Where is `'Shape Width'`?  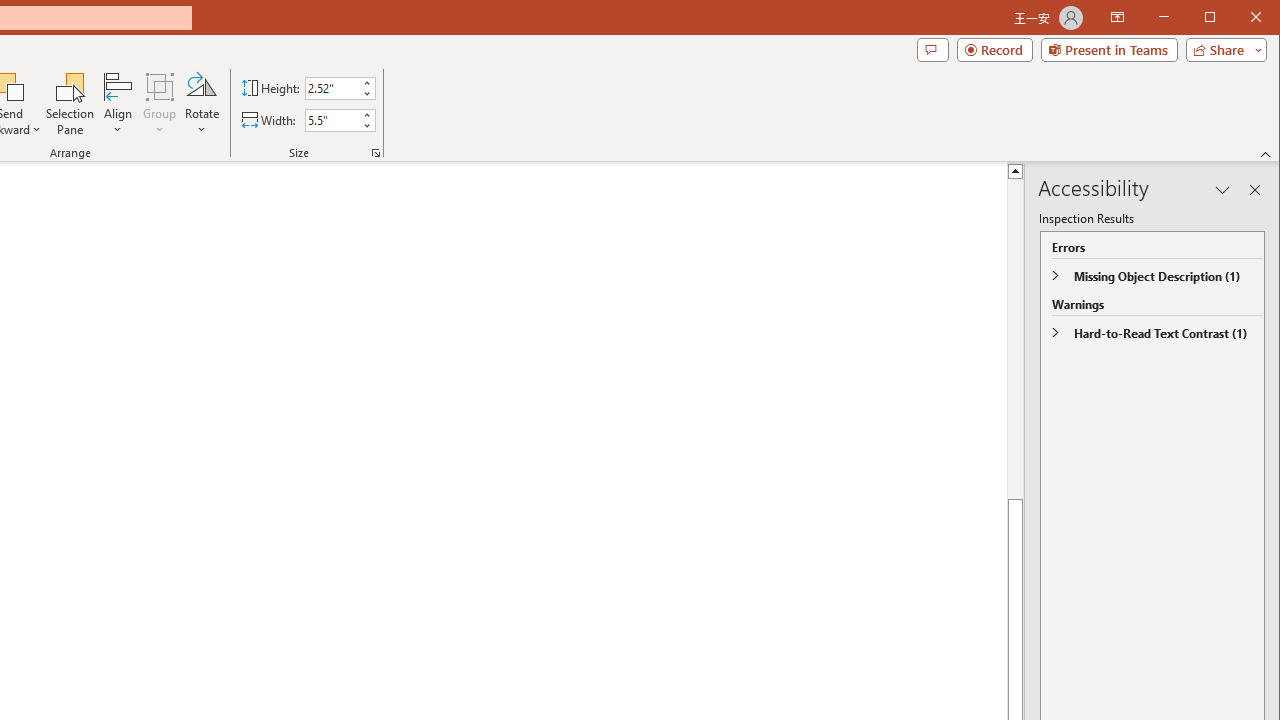 'Shape Width' is located at coordinates (332, 120).